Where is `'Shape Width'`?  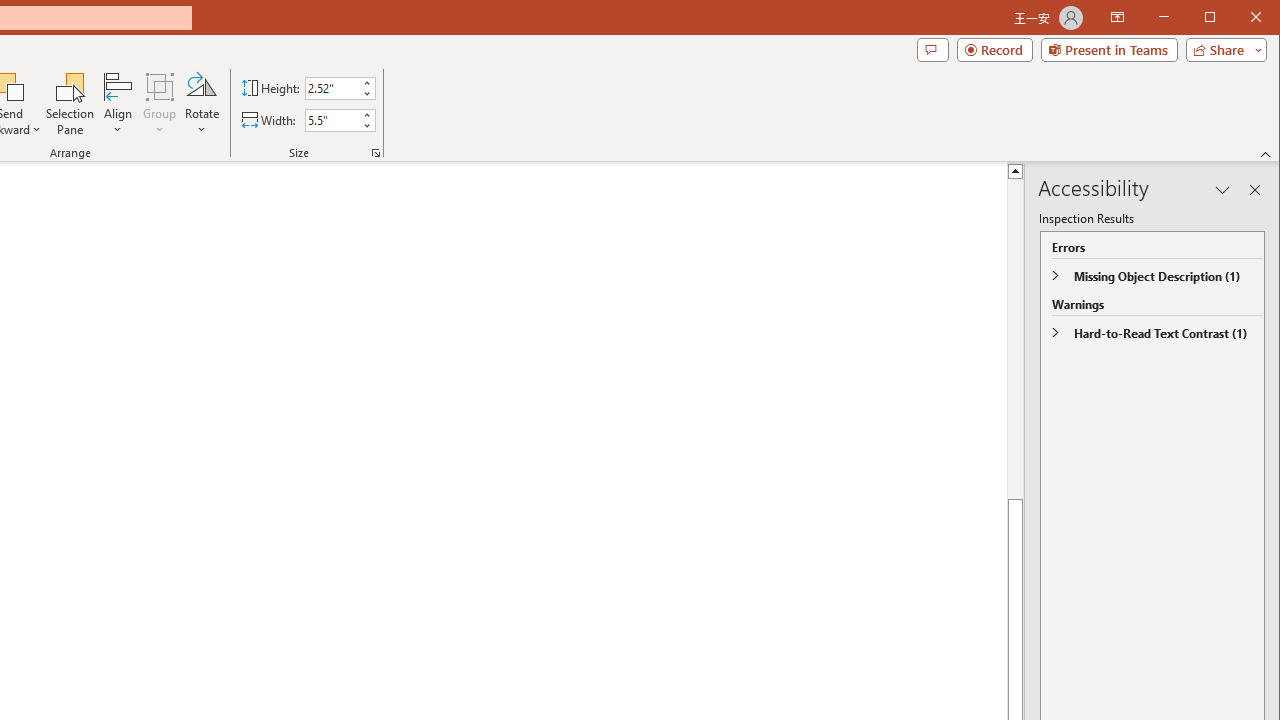 'Shape Width' is located at coordinates (332, 120).